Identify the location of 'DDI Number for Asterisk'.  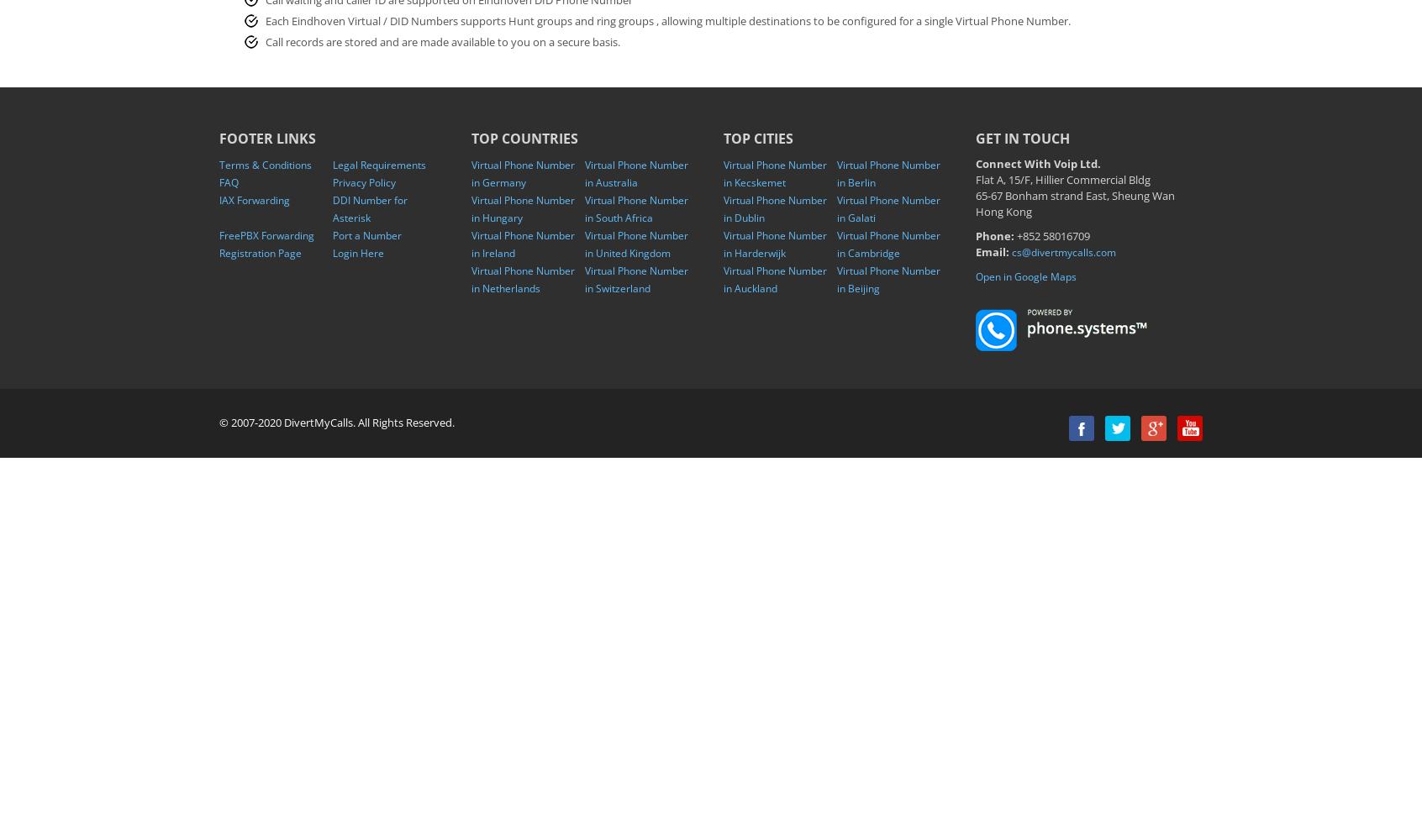
(369, 208).